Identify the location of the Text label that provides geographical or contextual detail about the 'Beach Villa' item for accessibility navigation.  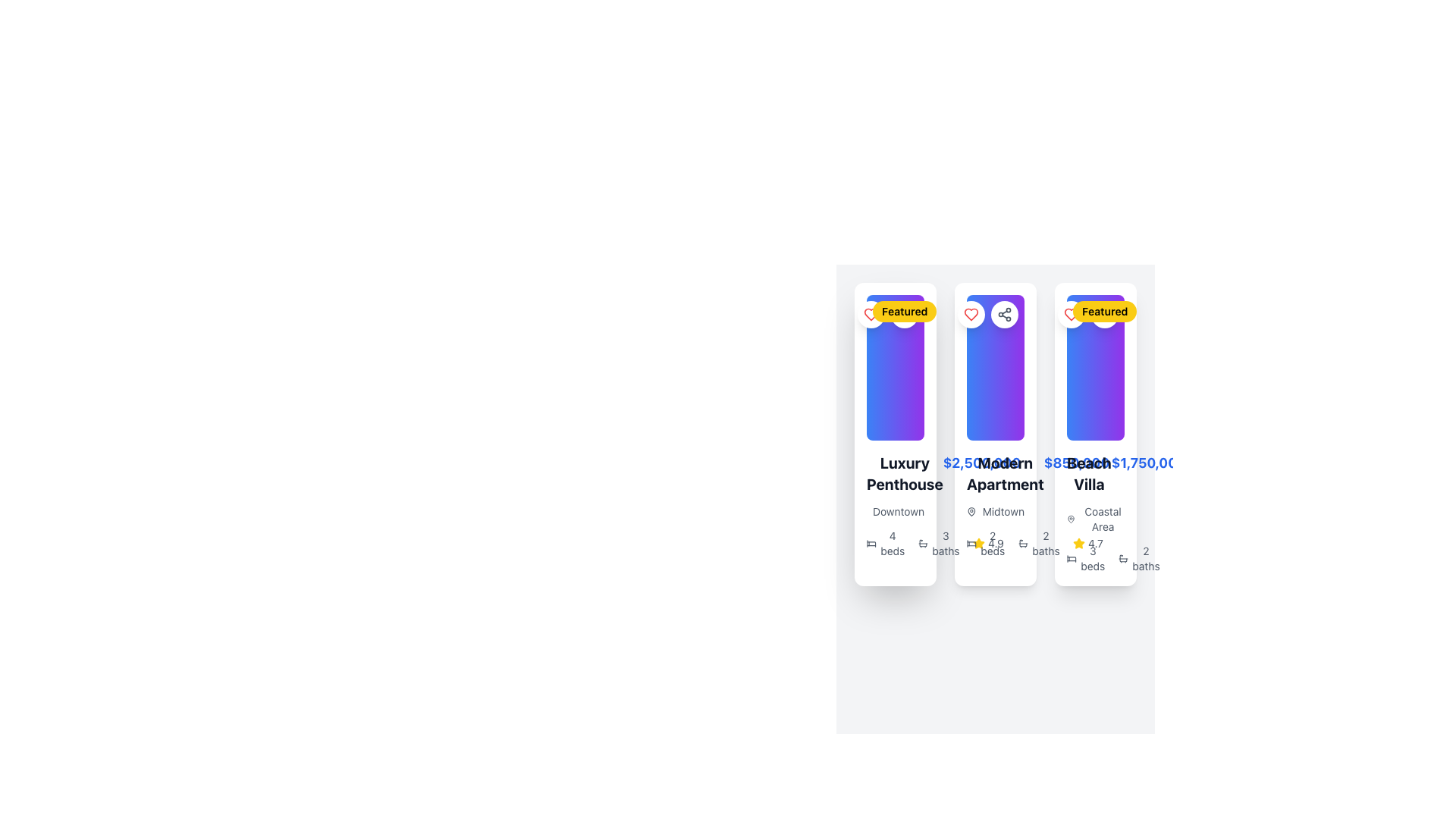
(1103, 519).